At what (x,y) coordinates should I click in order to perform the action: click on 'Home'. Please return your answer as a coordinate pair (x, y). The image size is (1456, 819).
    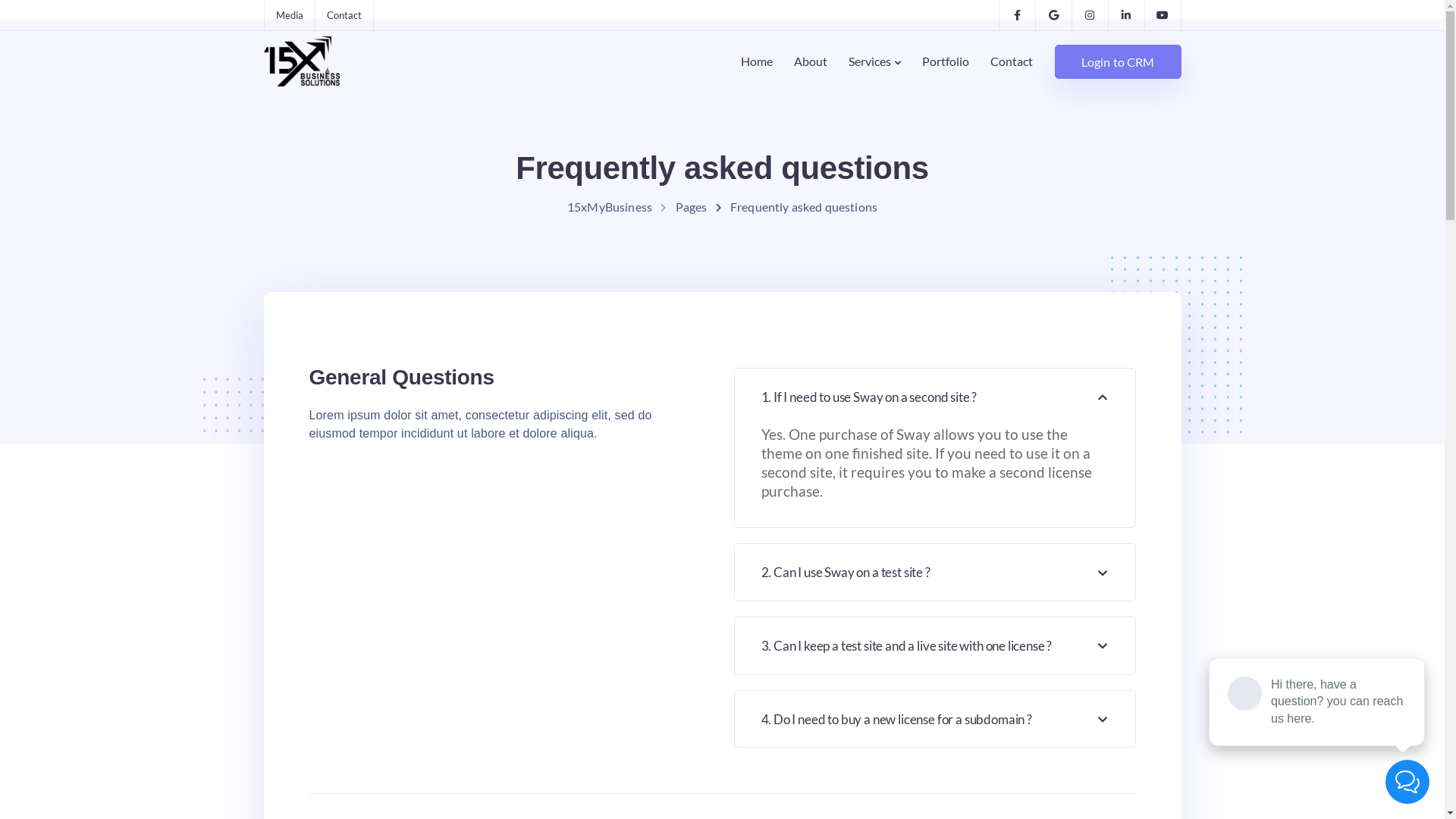
    Looking at the image, I should click on (730, 61).